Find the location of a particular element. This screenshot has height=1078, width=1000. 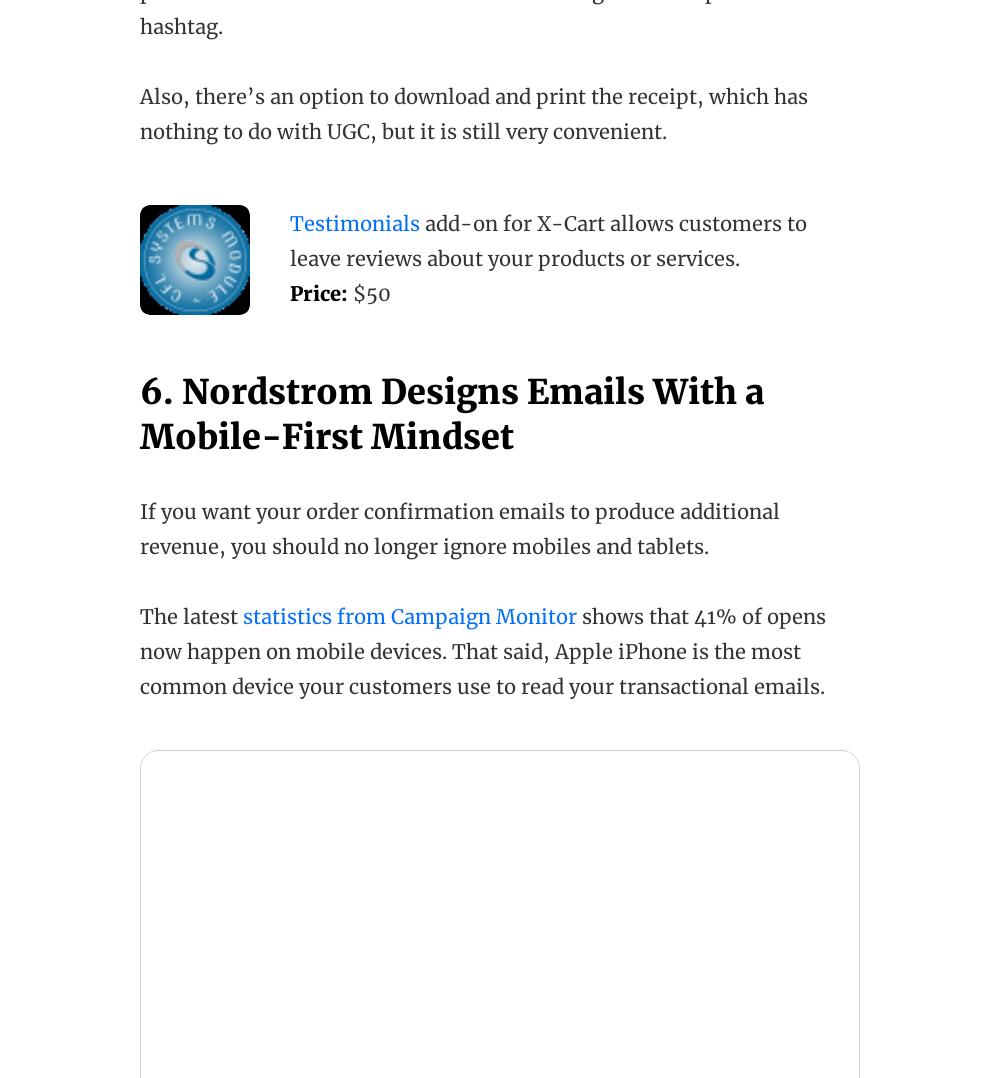

'6. Nordstrom Designs Emails With a Mobile-First Mindset' is located at coordinates (451, 412).